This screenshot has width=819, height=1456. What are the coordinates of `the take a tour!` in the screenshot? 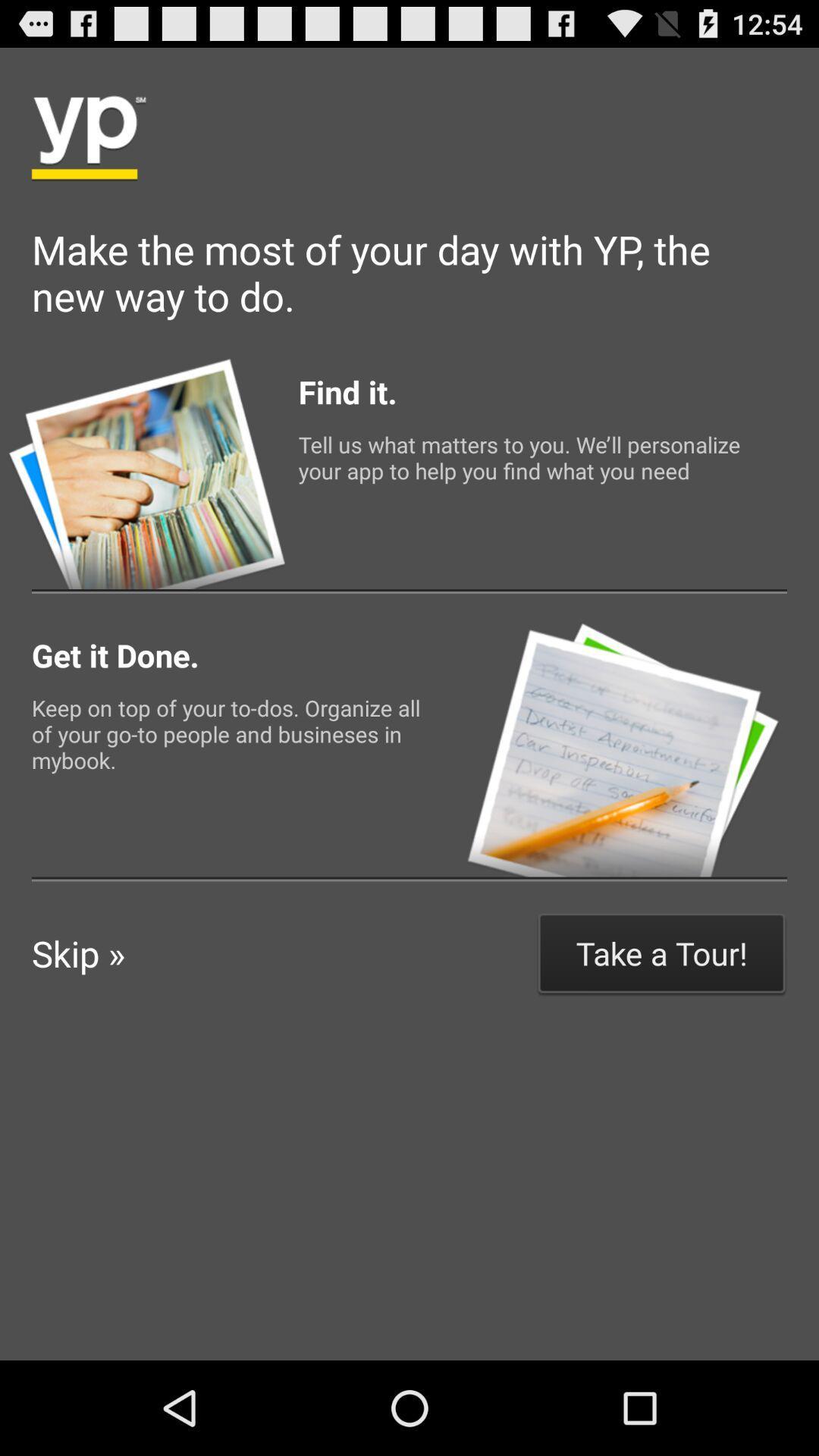 It's located at (661, 952).